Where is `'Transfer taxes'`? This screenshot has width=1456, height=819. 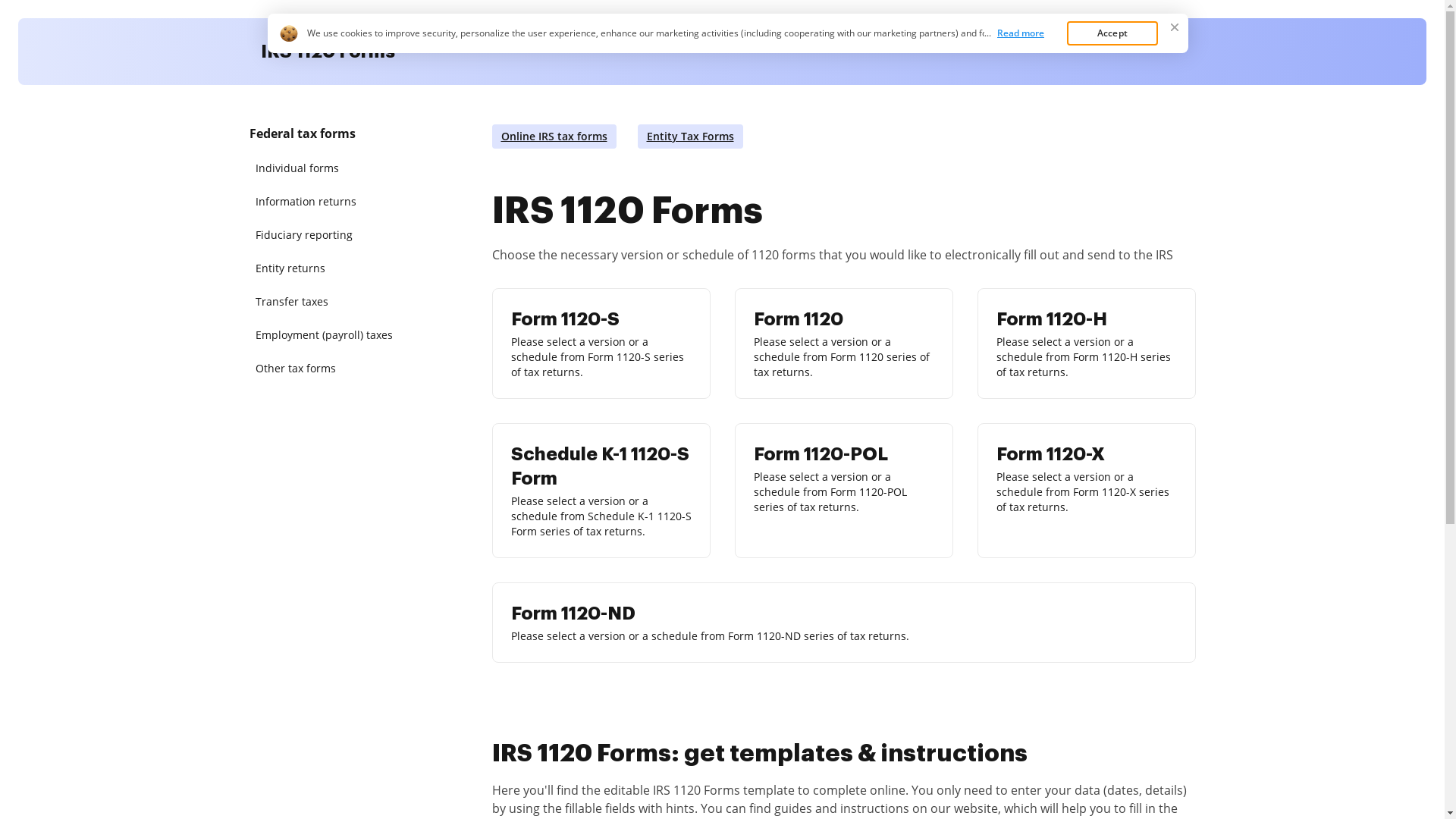
'Transfer taxes' is located at coordinates (327, 301).